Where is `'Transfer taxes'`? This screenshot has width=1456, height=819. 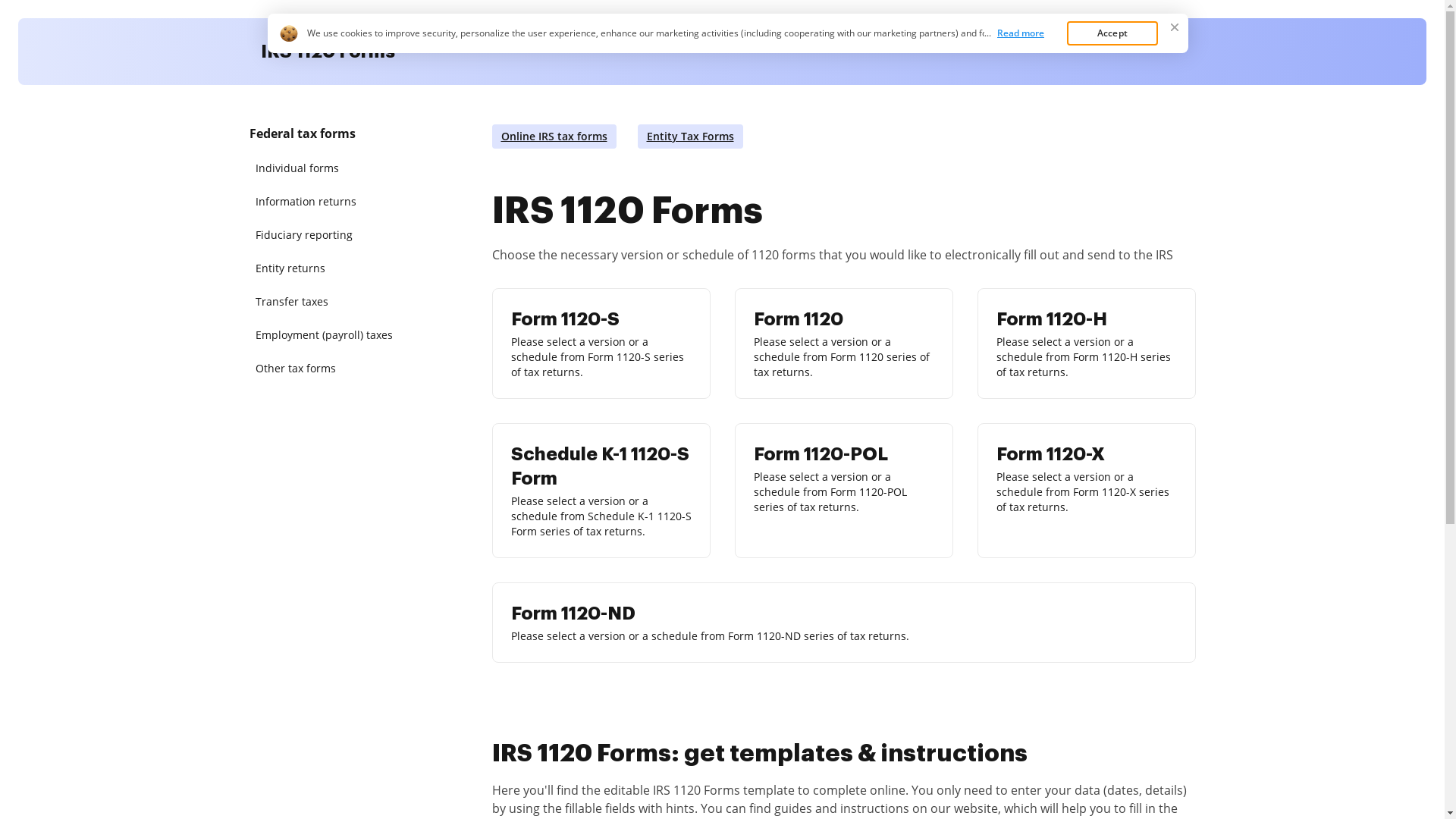
'Transfer taxes' is located at coordinates (327, 301).